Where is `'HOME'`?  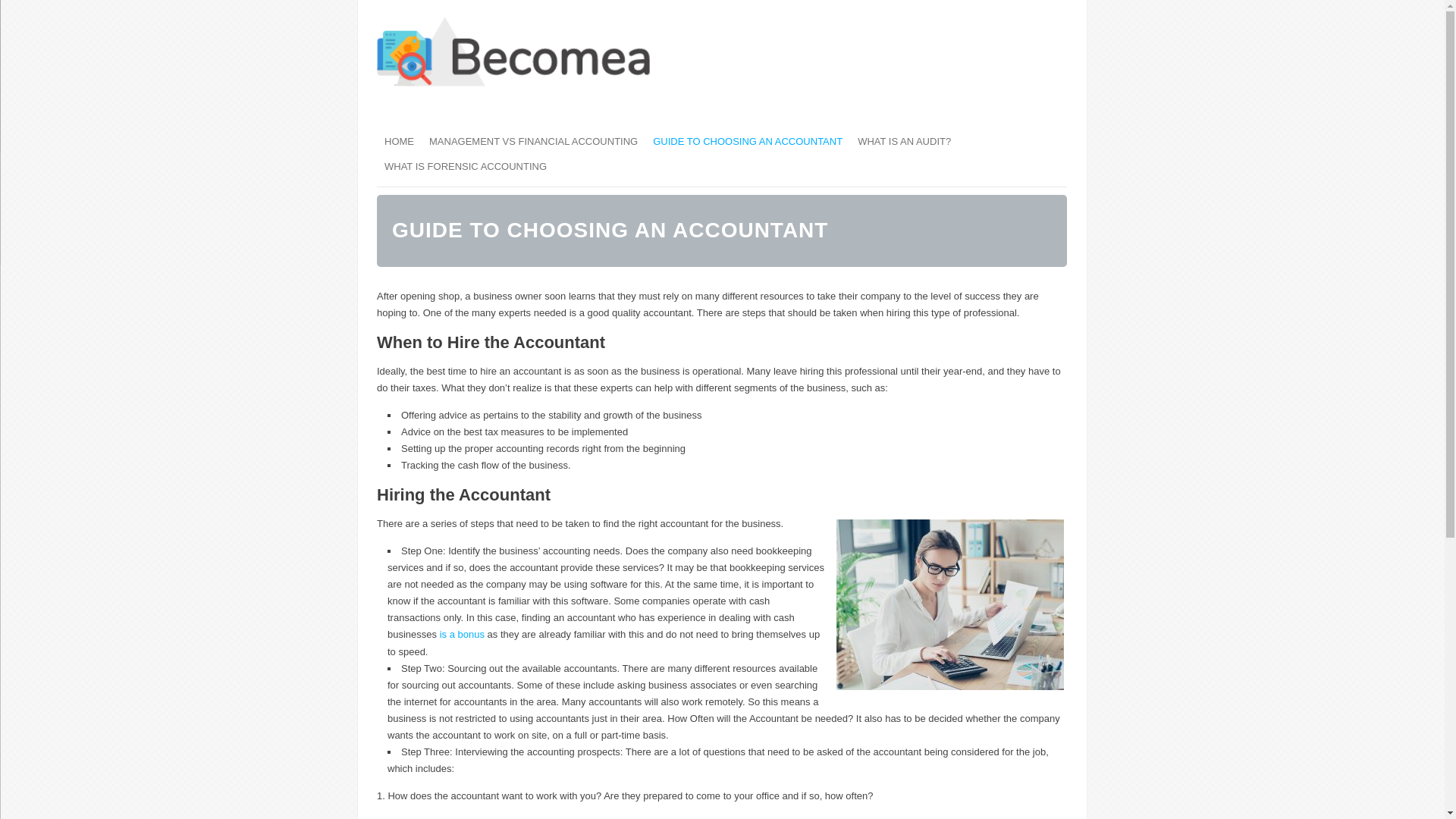 'HOME' is located at coordinates (399, 141).